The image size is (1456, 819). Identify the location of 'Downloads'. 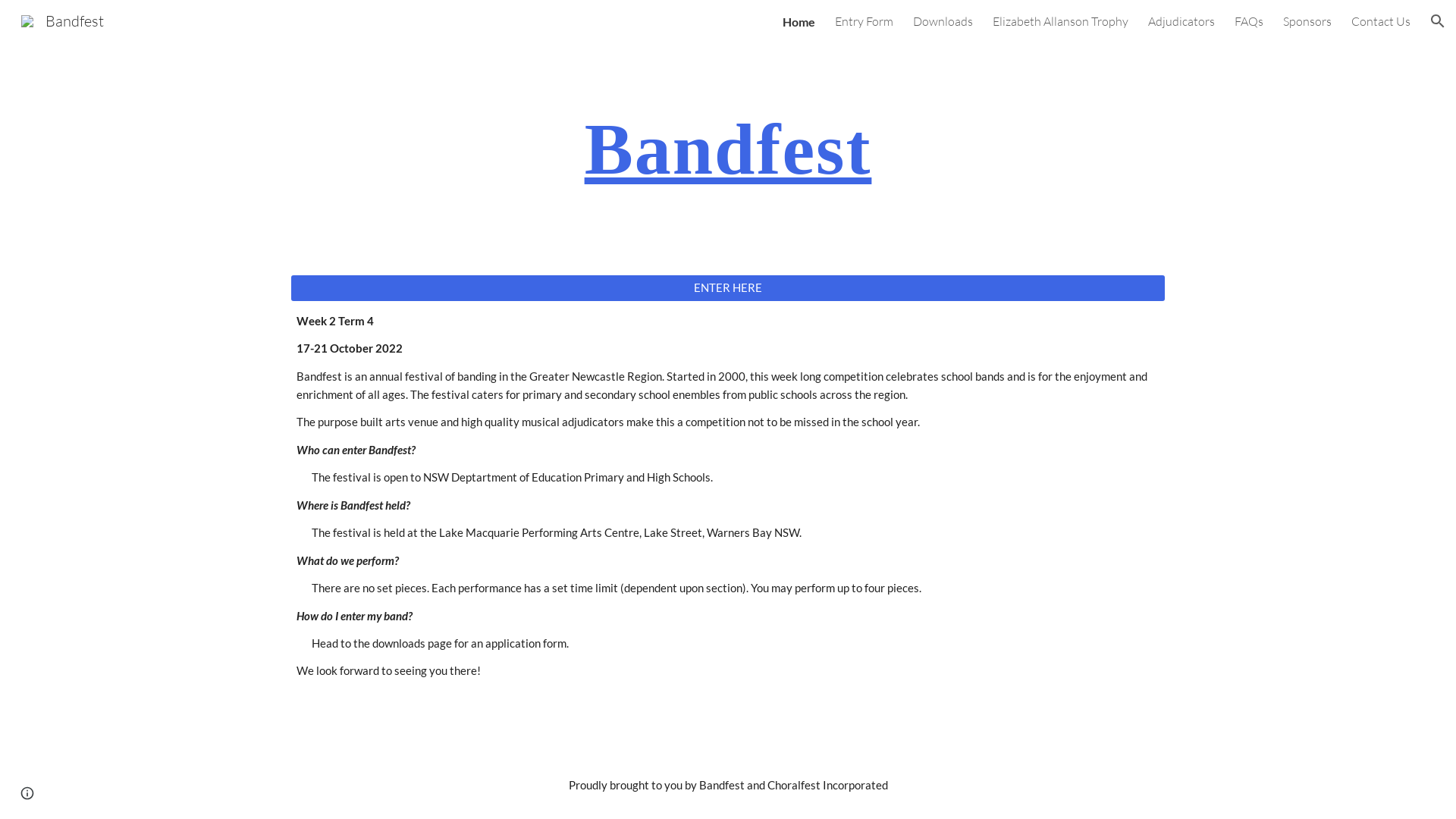
(942, 20).